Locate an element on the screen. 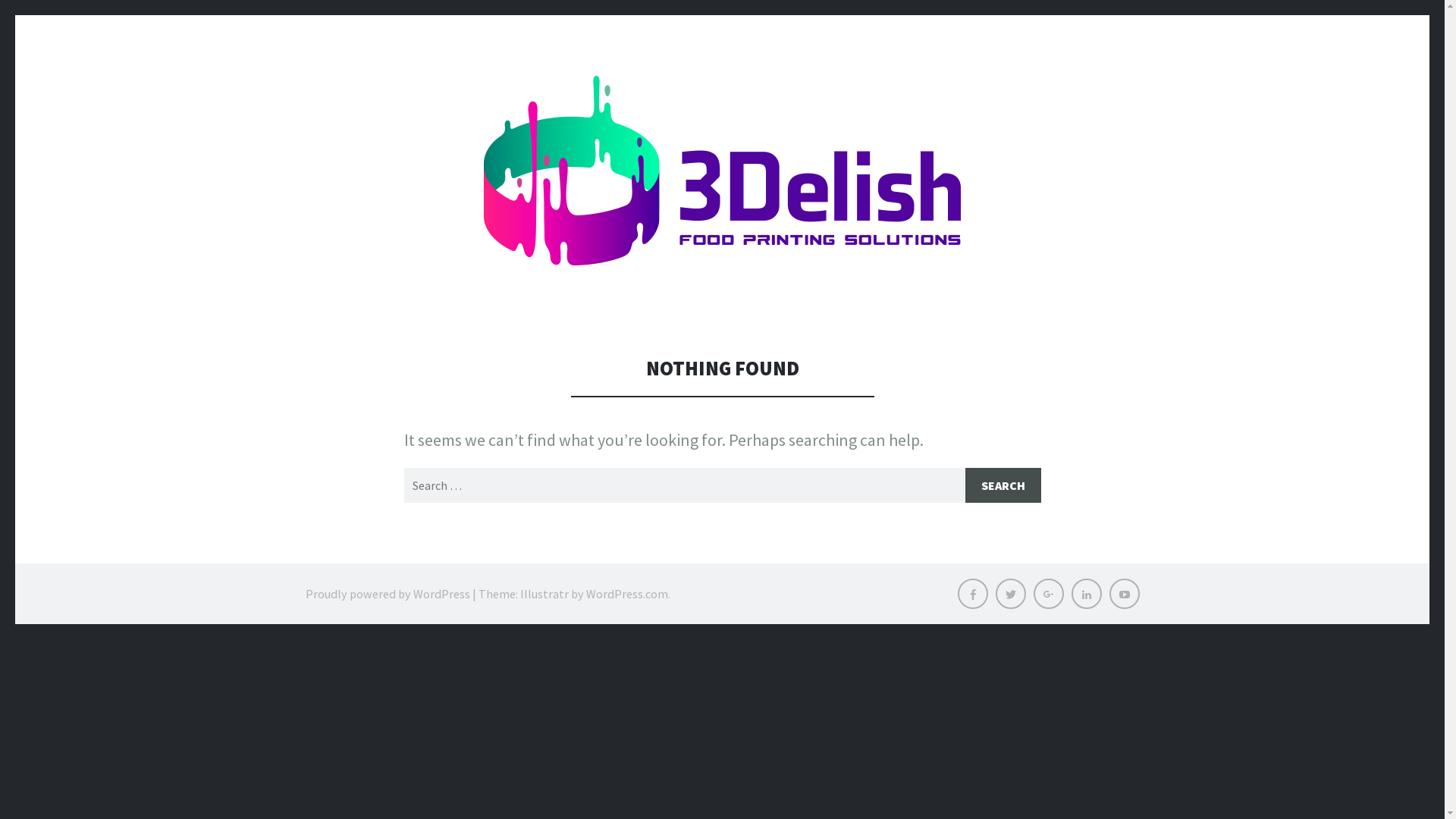 The height and width of the screenshot is (819, 1456). 'LinkedIn' is located at coordinates (1084, 593).